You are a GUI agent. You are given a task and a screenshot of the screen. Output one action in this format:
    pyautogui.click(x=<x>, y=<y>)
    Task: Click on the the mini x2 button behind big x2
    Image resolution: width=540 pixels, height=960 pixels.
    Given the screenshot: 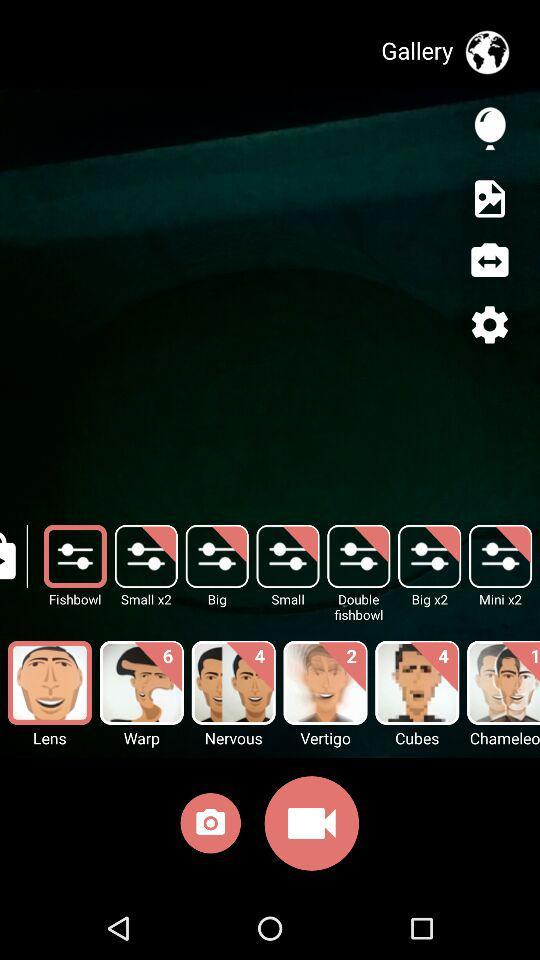 What is the action you would take?
    pyautogui.click(x=499, y=556)
    